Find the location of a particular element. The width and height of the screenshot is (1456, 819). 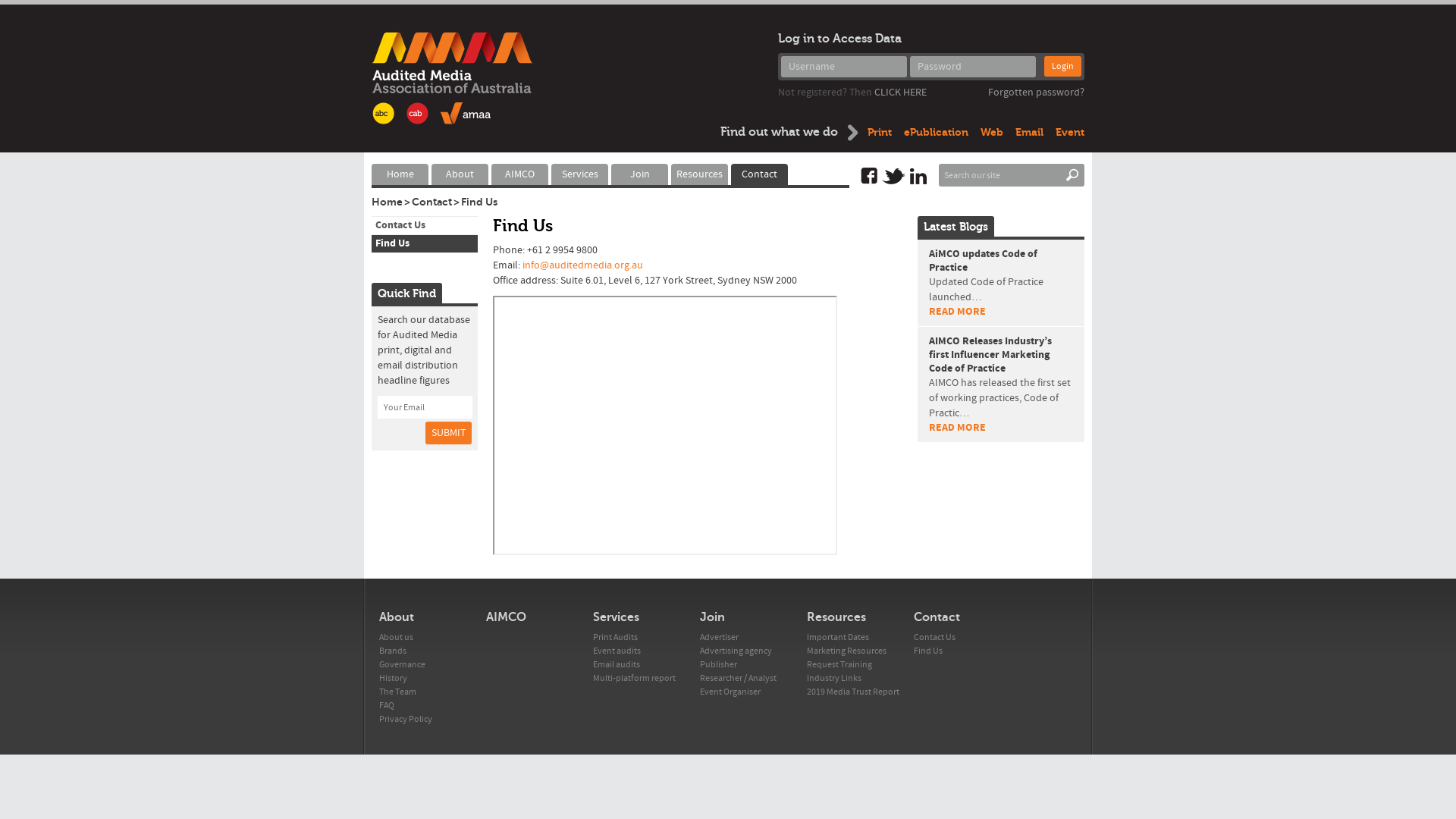

'The Team' is located at coordinates (378, 692).